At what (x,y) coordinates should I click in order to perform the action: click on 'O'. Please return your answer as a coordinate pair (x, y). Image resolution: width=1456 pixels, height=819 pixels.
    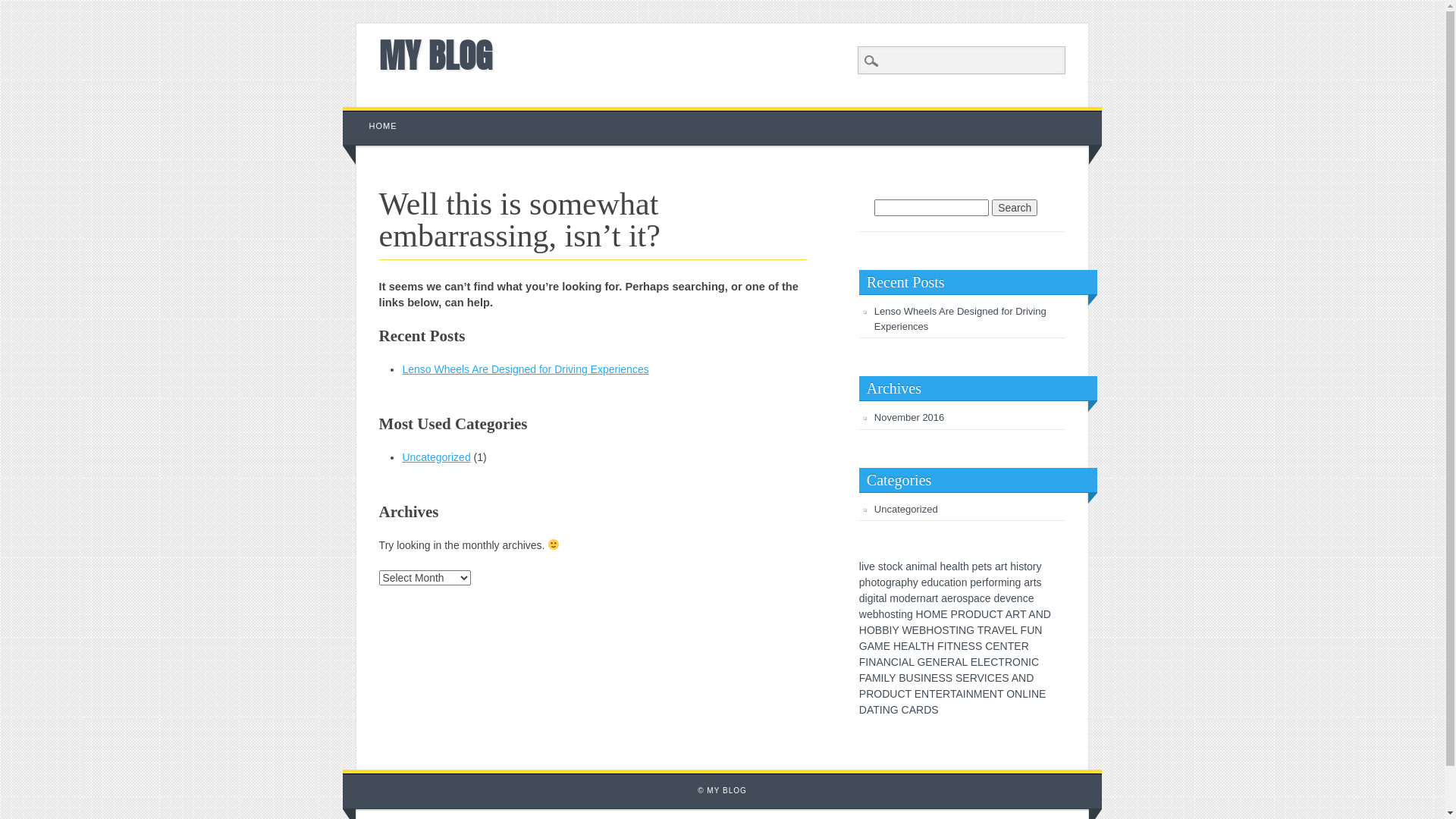
    Looking at the image, I should click on (927, 614).